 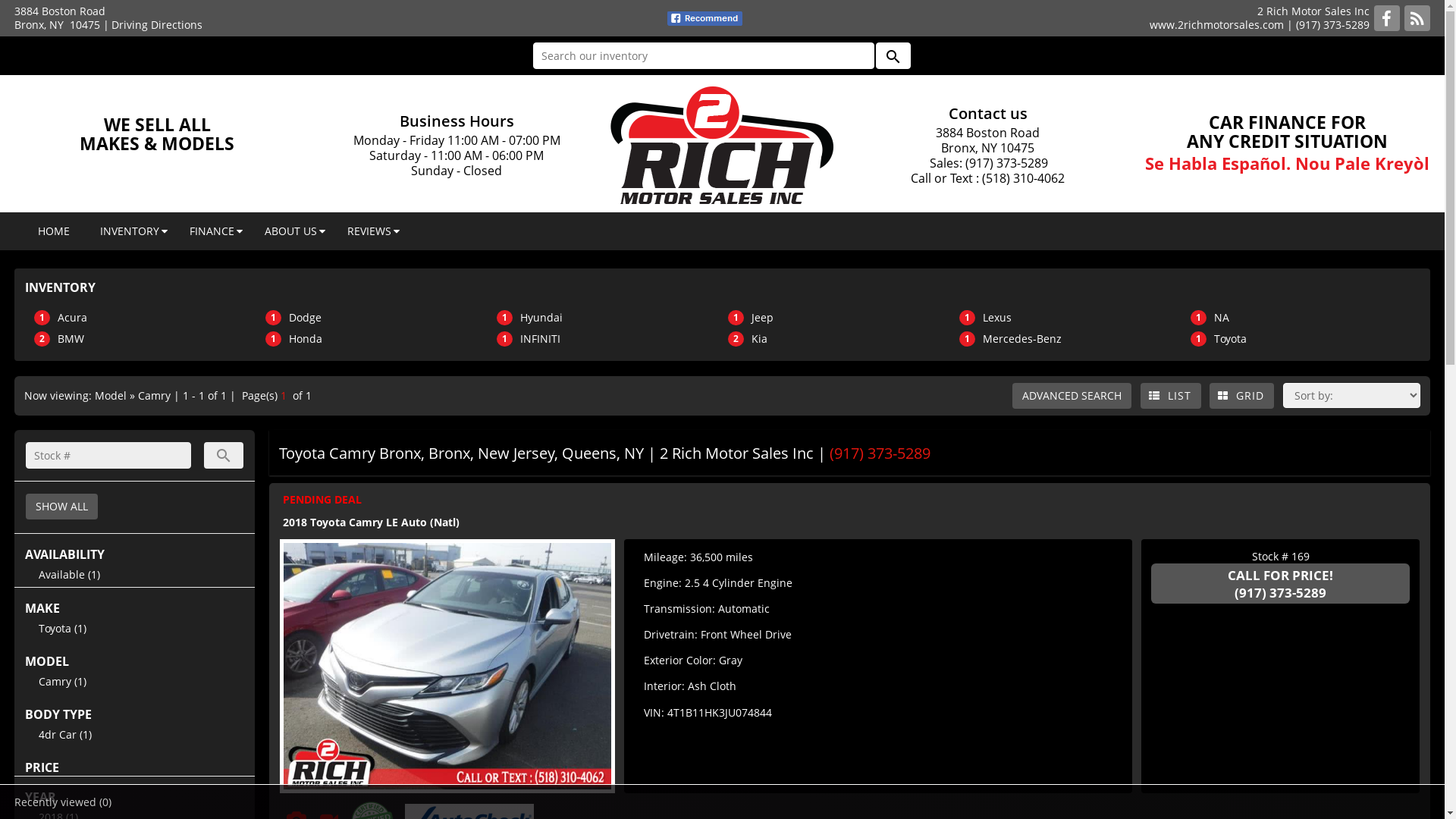 I want to click on 'www.2richmotorsales.com', so click(x=1150, y=24).